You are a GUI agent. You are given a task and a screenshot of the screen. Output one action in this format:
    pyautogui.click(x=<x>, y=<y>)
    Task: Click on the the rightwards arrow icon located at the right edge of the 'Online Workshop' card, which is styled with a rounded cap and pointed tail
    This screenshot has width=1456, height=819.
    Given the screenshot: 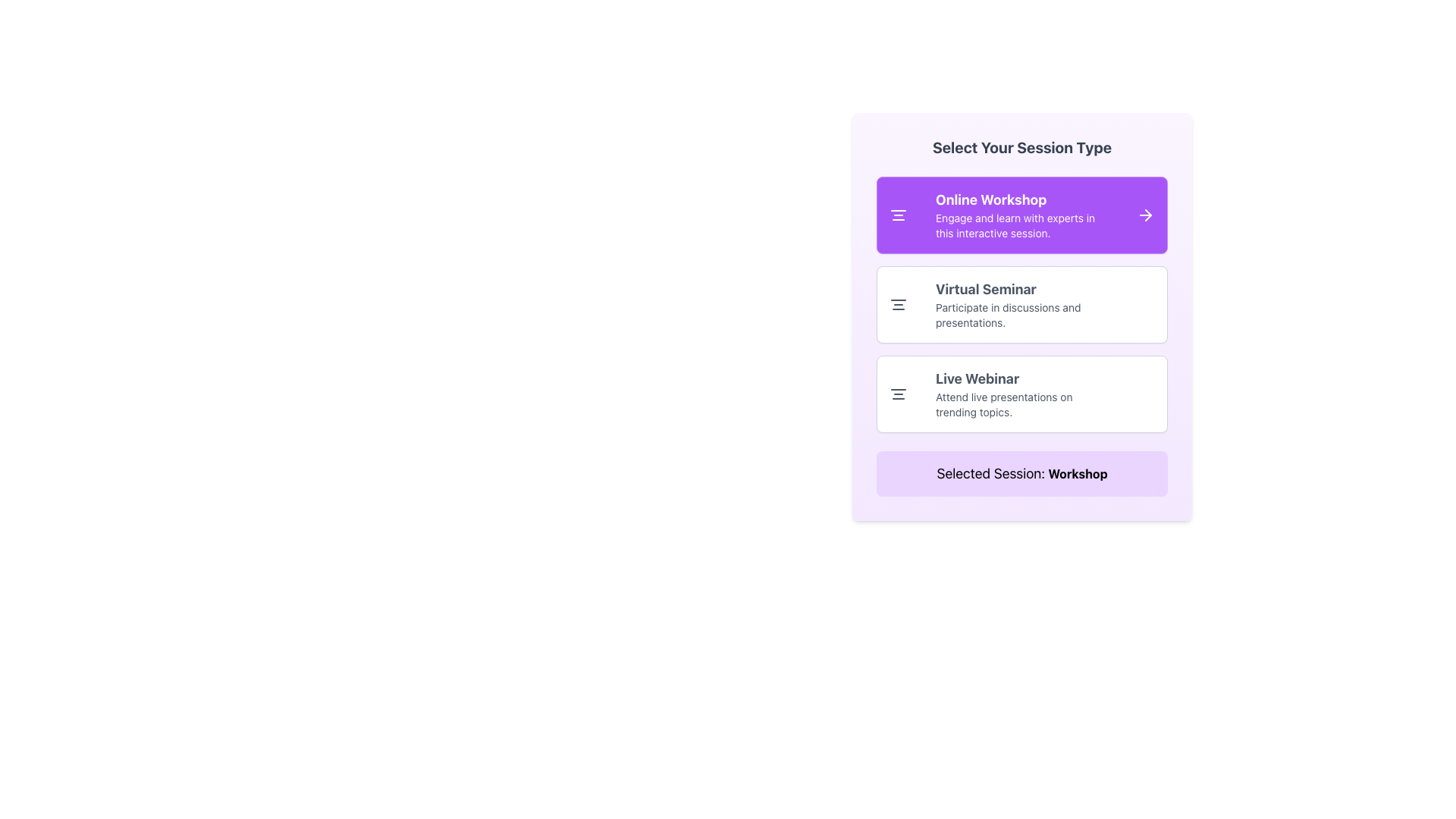 What is the action you would take?
    pyautogui.click(x=1146, y=215)
    